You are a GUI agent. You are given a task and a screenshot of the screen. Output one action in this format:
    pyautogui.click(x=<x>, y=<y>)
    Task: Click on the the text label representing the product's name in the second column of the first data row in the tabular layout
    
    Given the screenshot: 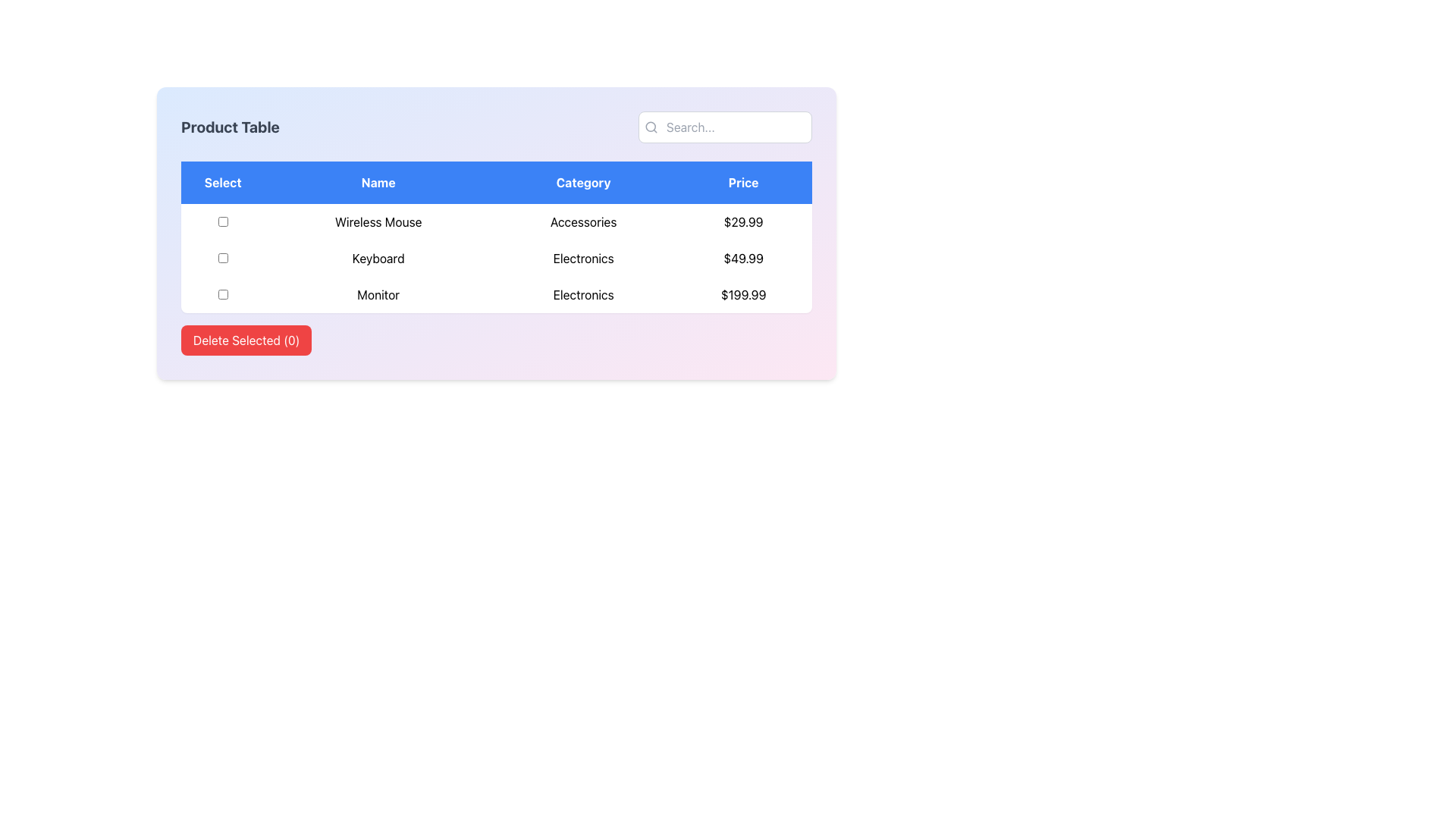 What is the action you would take?
    pyautogui.click(x=378, y=222)
    